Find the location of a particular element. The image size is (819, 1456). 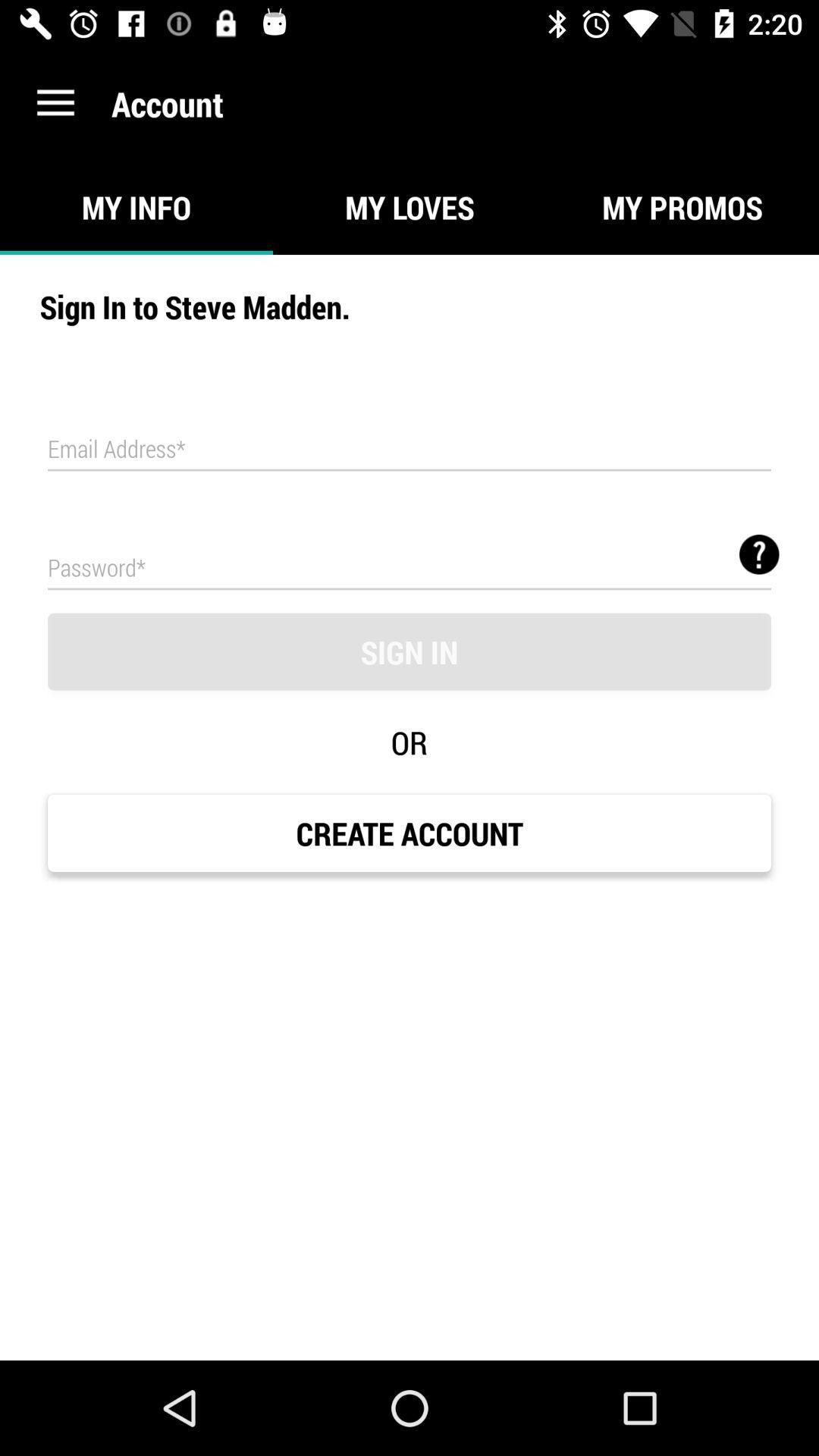

email address is located at coordinates (409, 449).